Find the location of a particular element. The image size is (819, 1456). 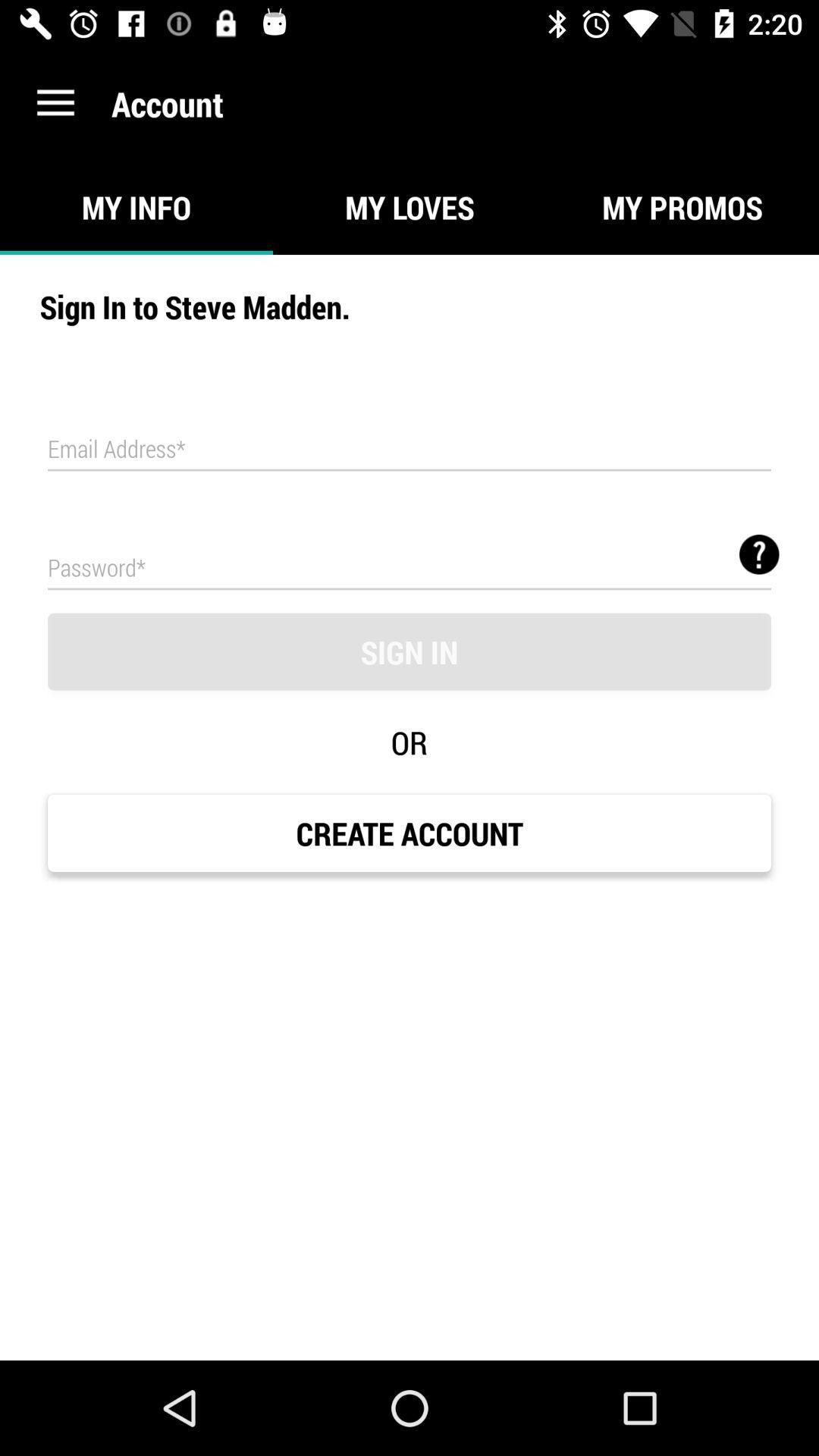

email address is located at coordinates (409, 449).